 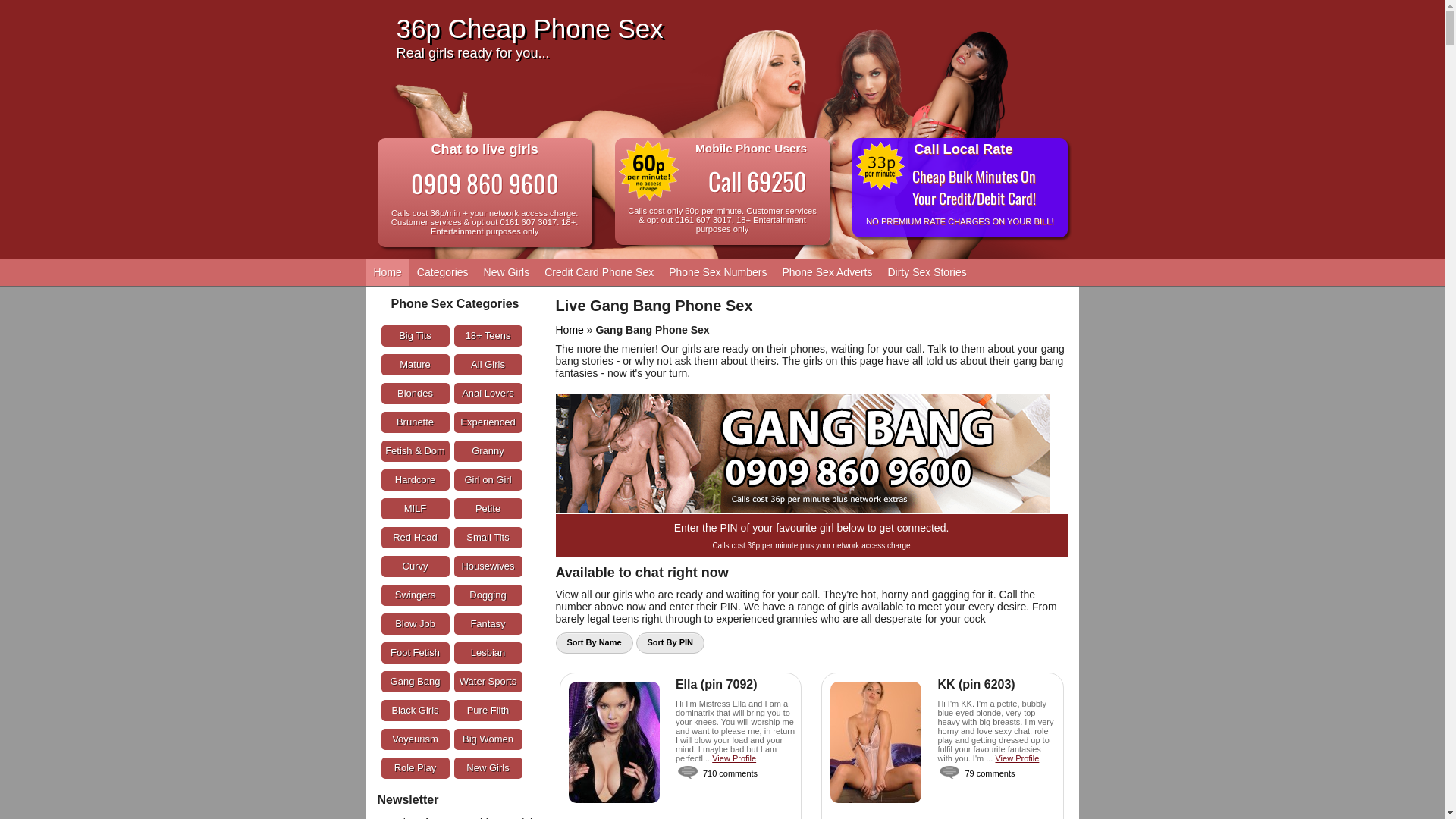 I want to click on 'Blow Job', so click(x=415, y=623).